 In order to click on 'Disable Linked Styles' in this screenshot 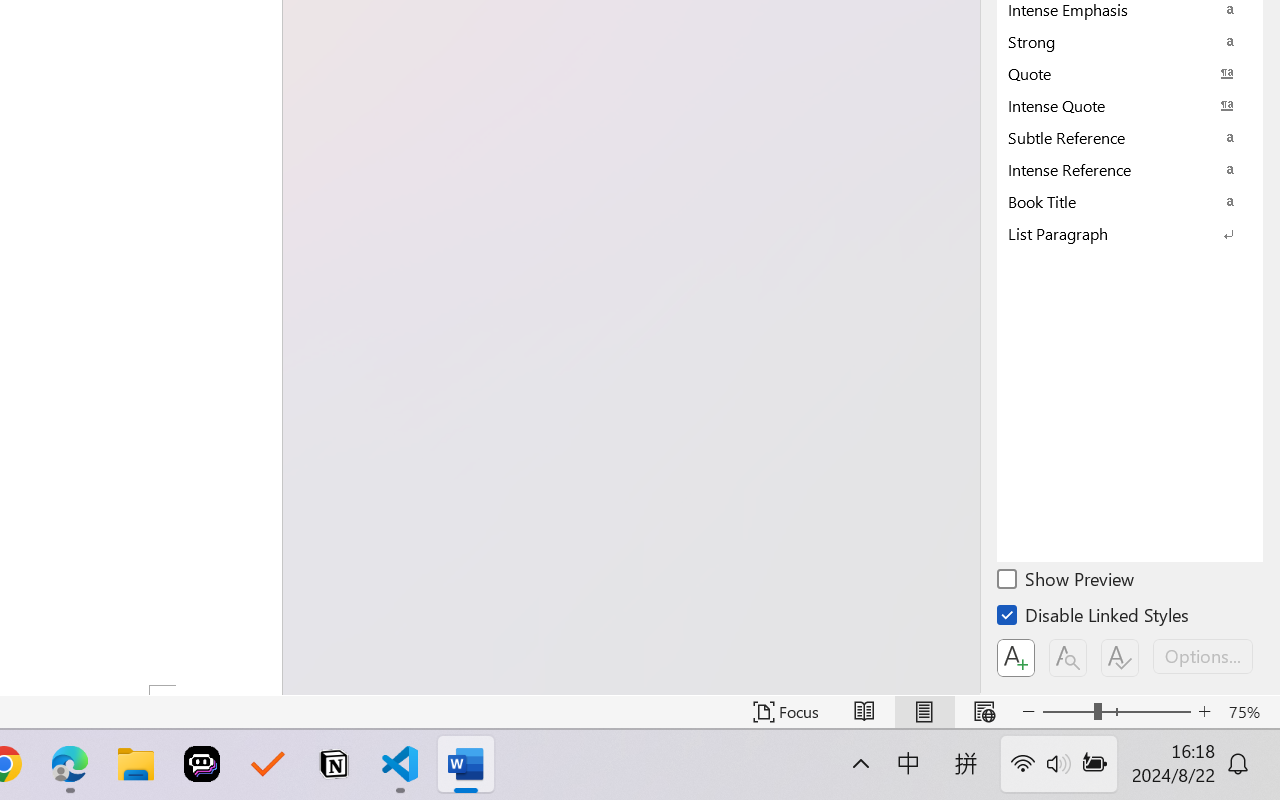, I will do `click(1094, 618)`.